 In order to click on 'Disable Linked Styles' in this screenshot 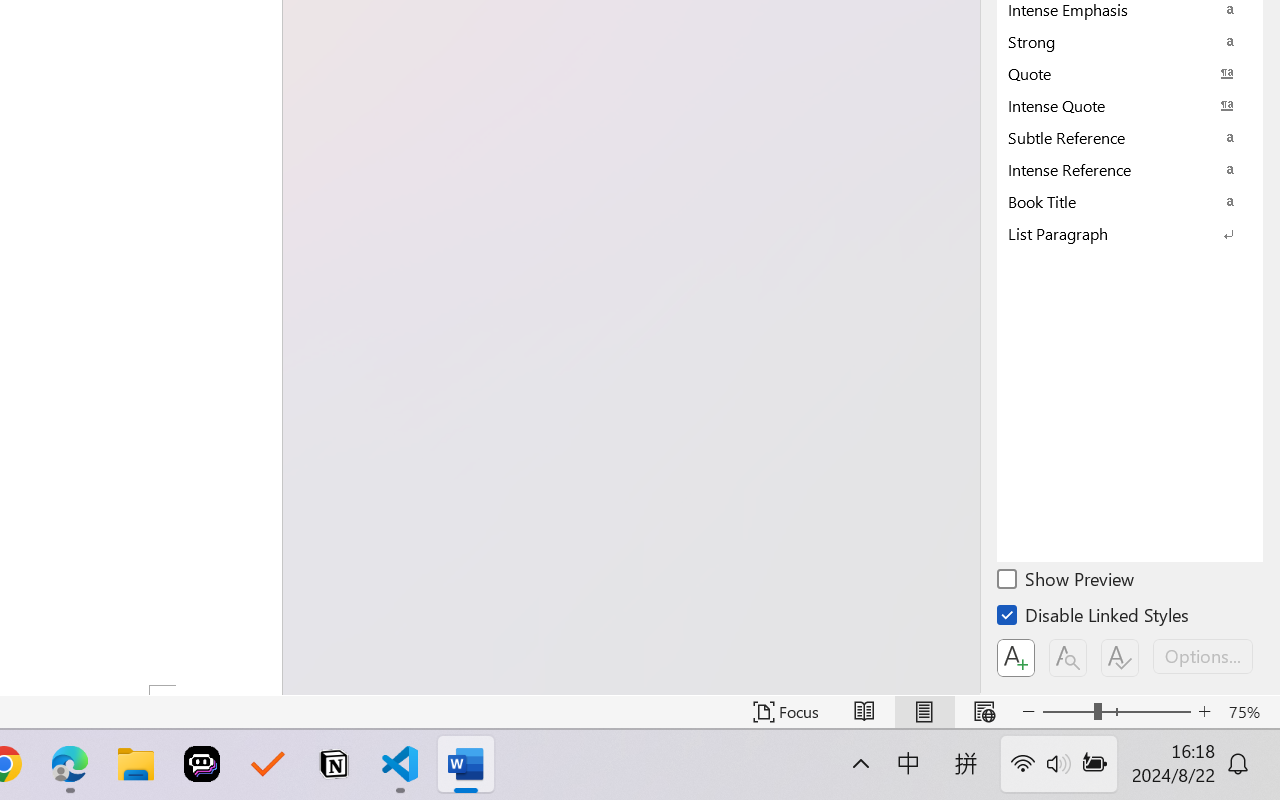, I will do `click(1094, 618)`.